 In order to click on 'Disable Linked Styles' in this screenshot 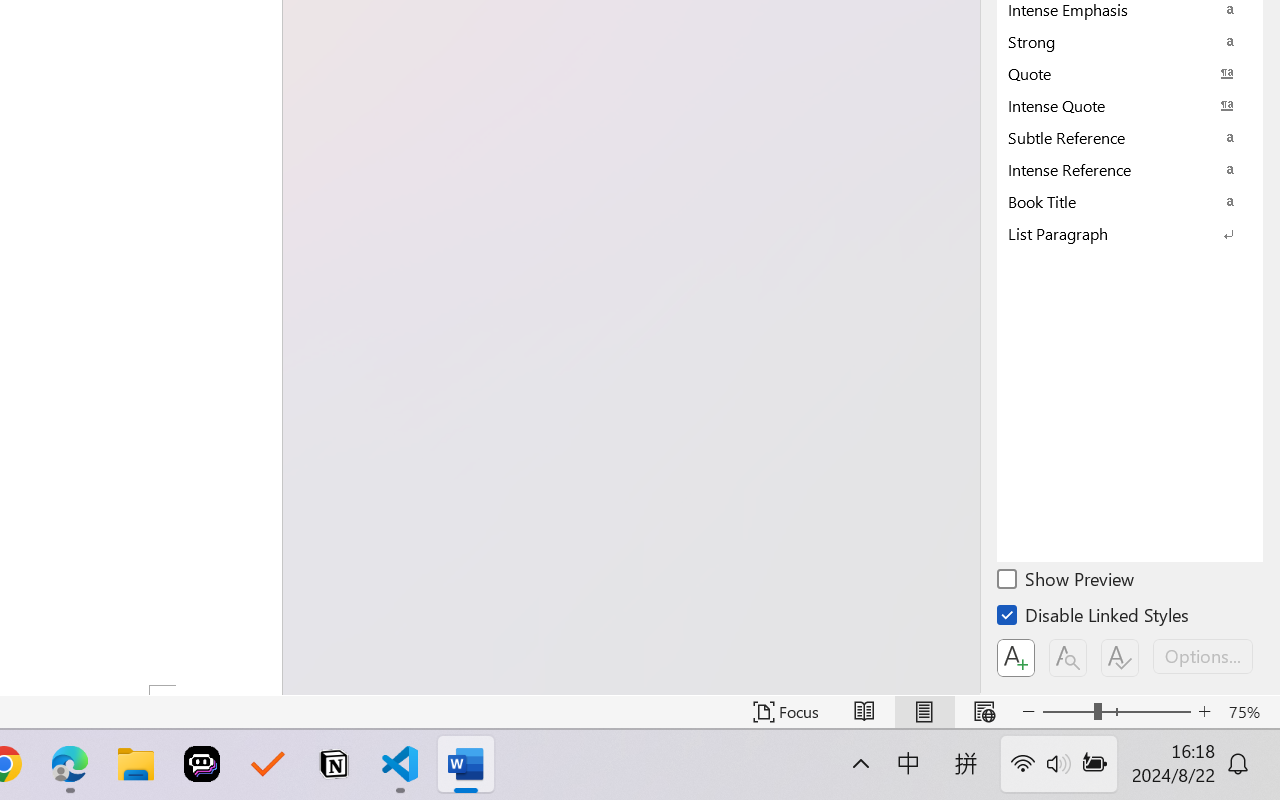, I will do `click(1094, 618)`.